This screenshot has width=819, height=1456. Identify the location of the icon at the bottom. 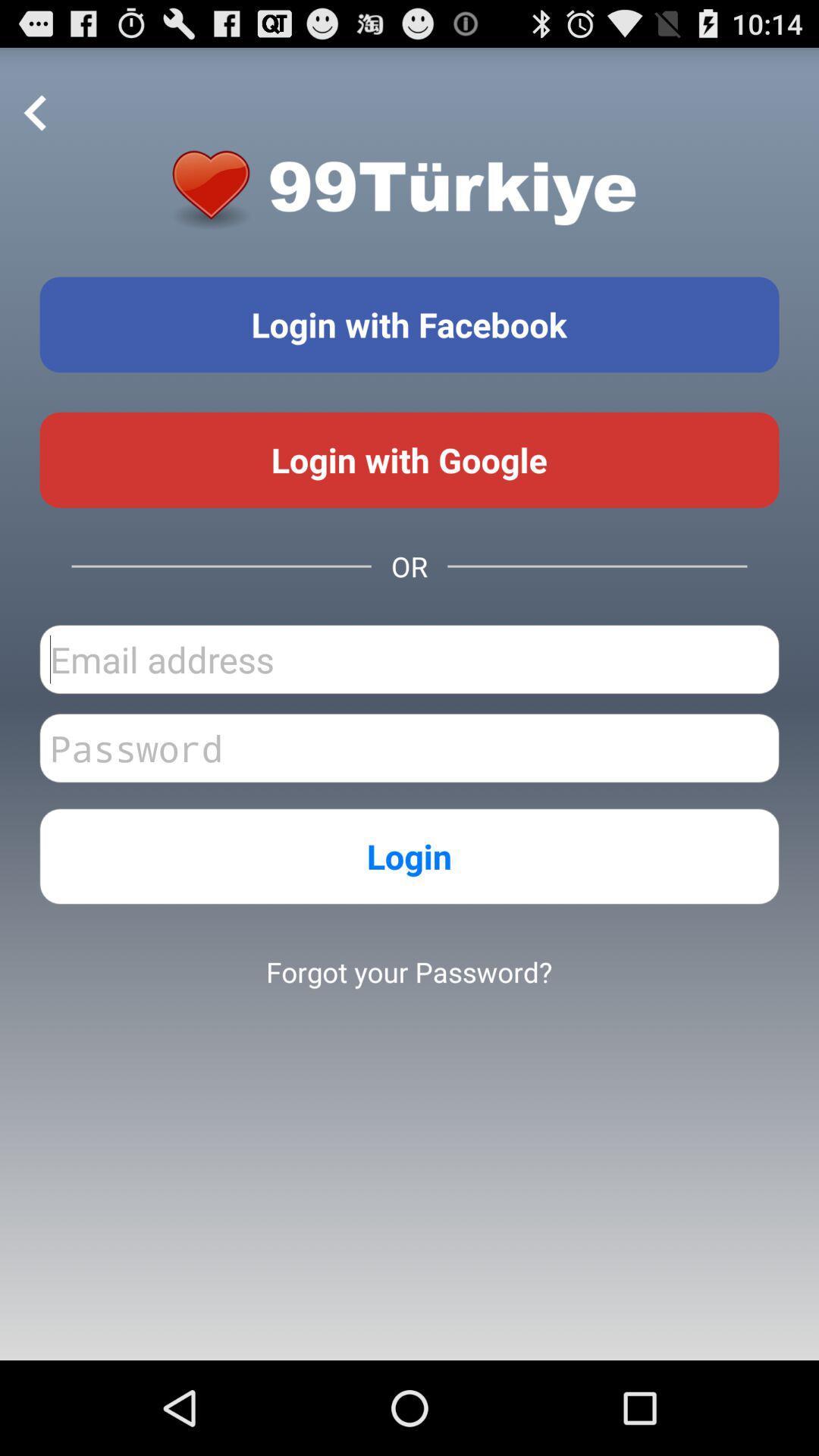
(408, 971).